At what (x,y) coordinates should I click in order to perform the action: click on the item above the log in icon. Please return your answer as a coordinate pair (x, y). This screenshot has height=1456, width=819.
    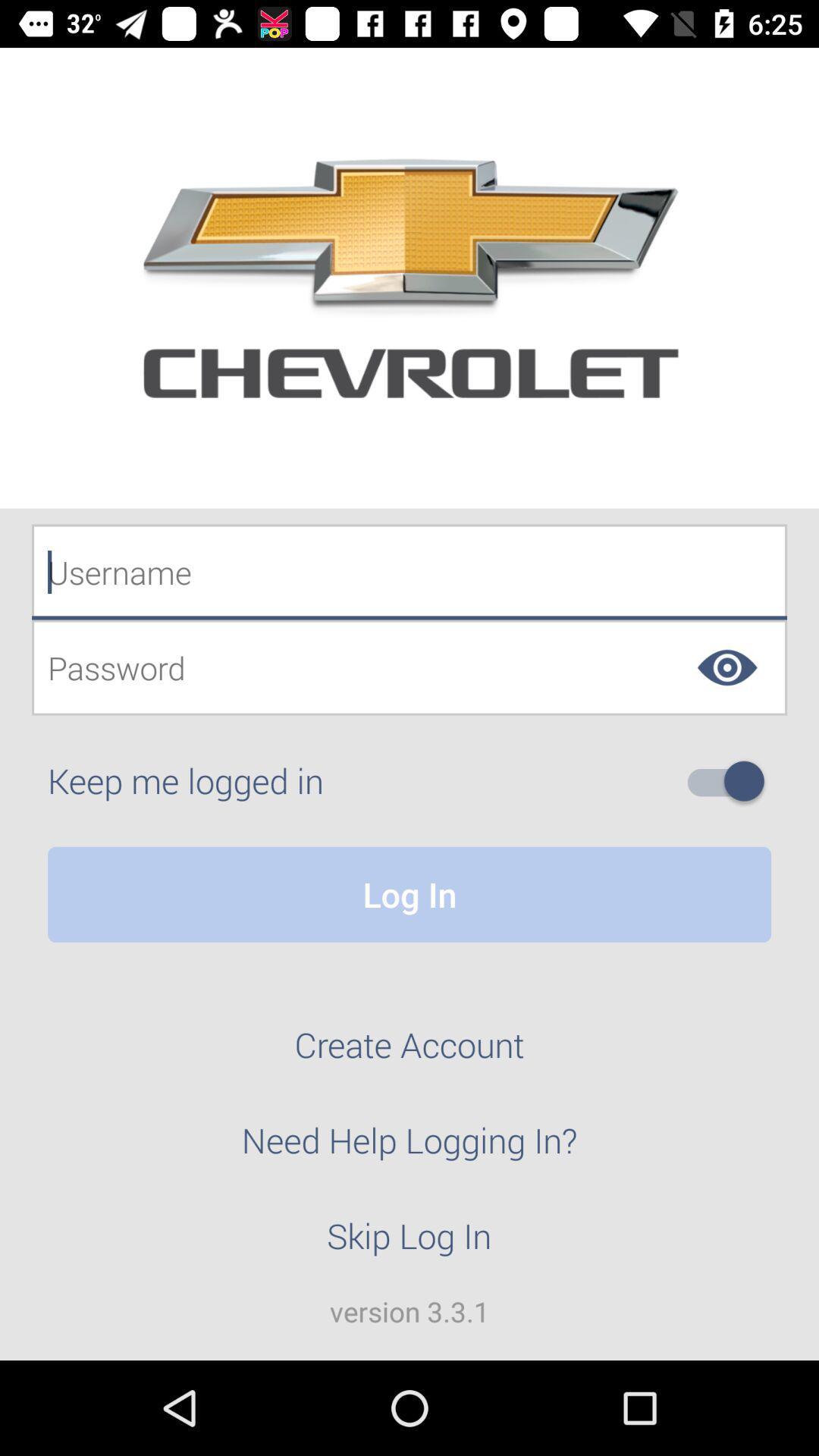
    Looking at the image, I should click on (731, 781).